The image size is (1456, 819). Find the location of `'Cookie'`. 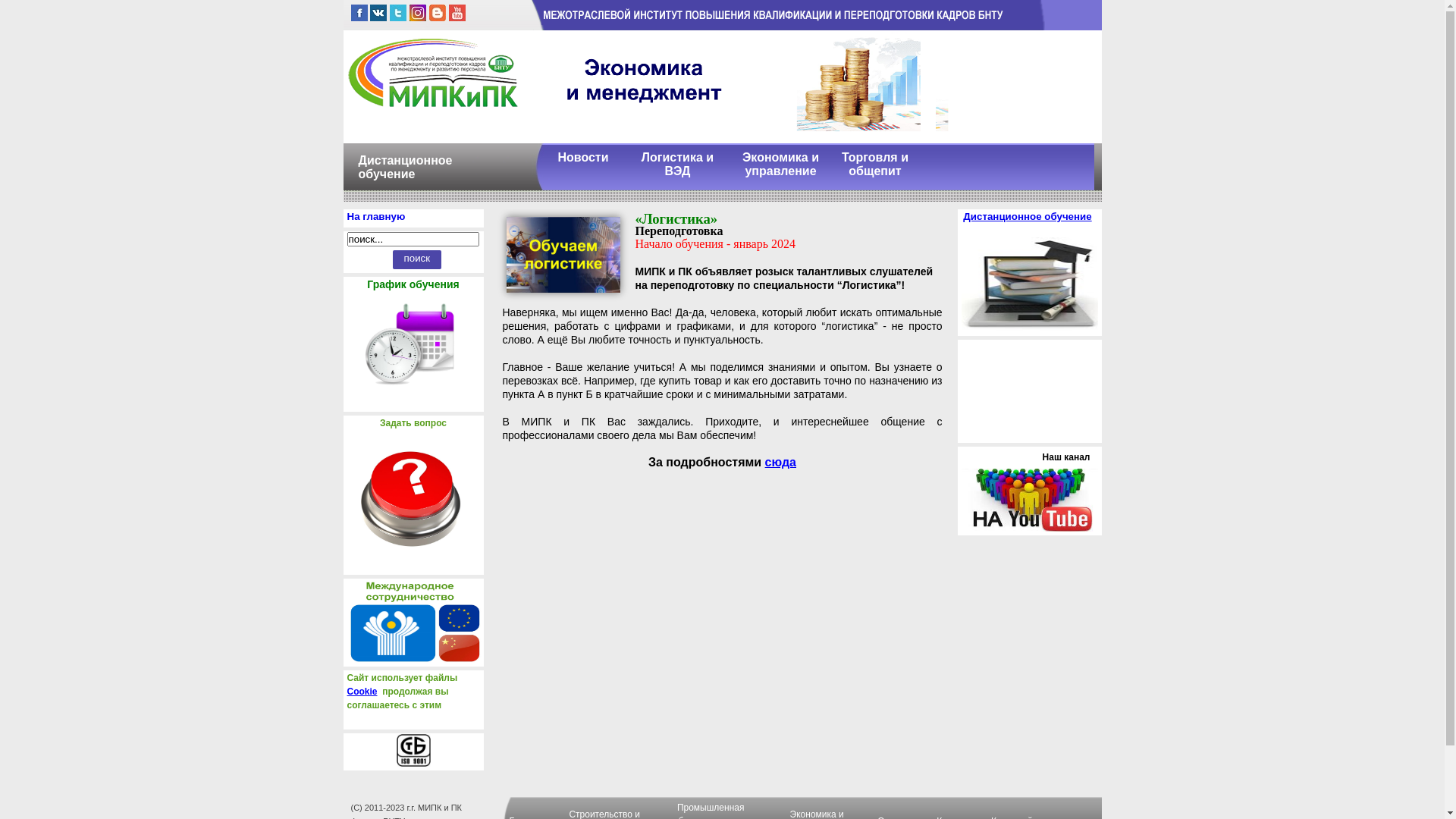

'Cookie' is located at coordinates (362, 691).